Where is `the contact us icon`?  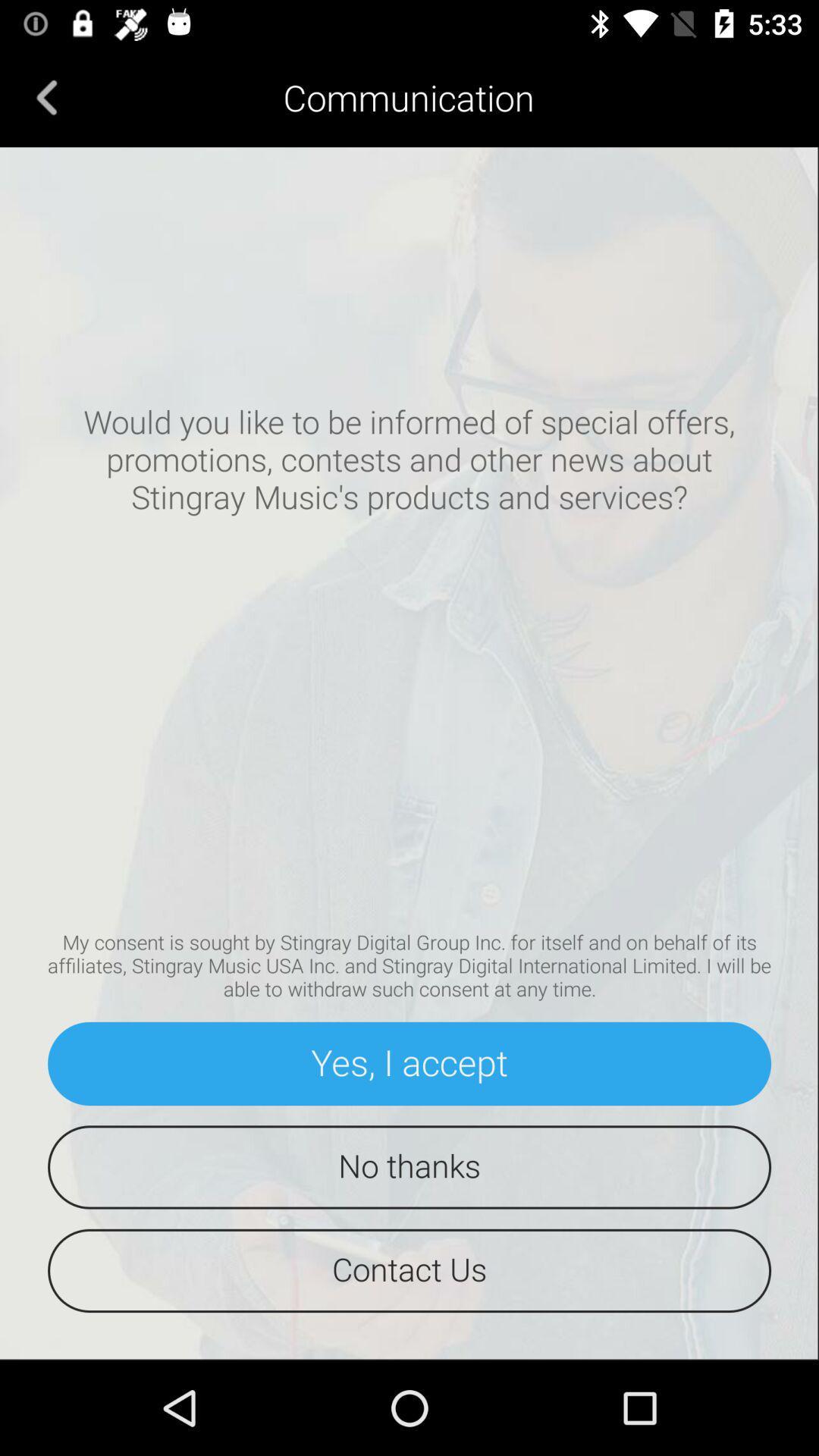
the contact us icon is located at coordinates (409, 1270).